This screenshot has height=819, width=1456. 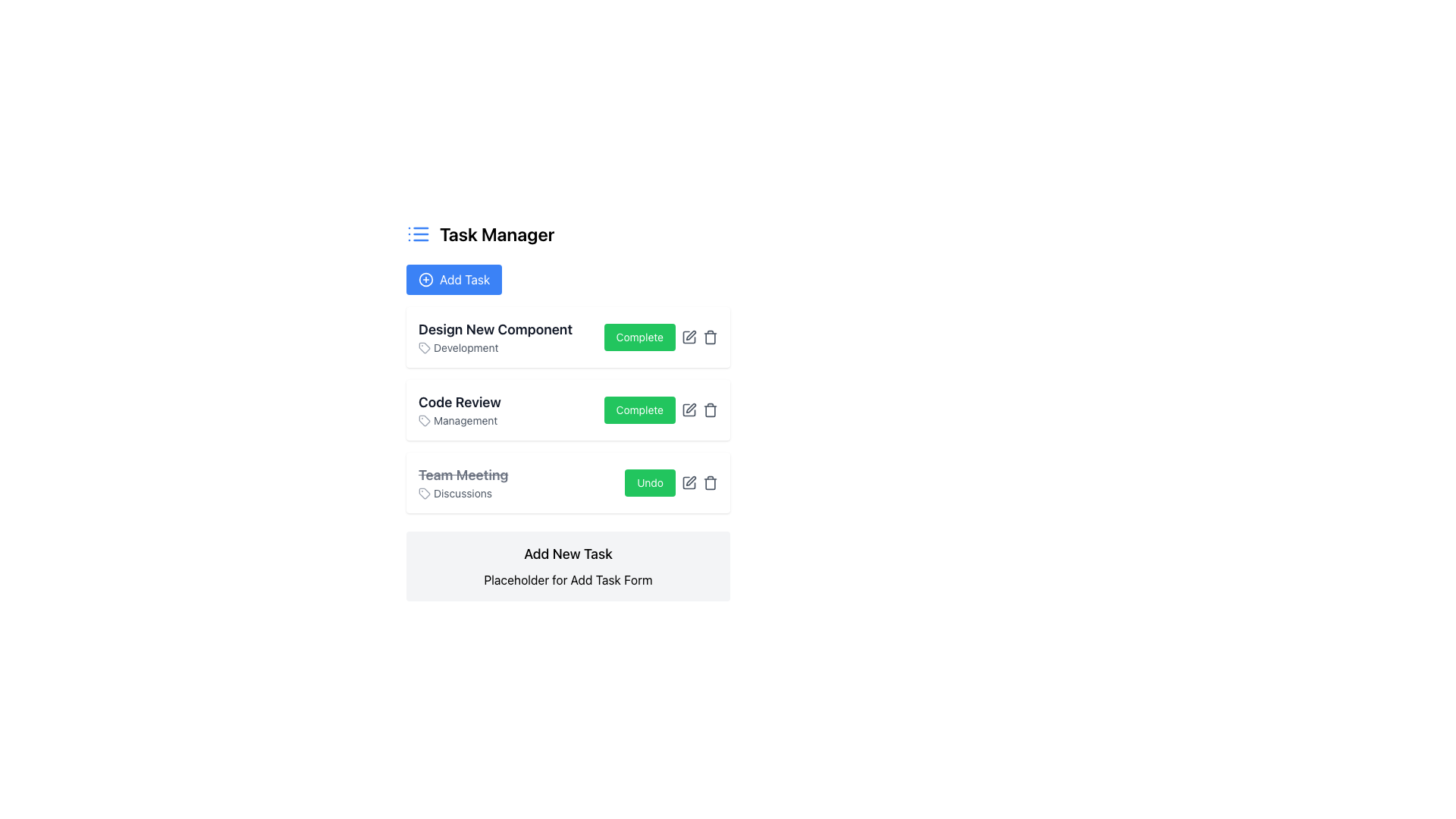 I want to click on the crossed out text label reading 'Team Meeting', so click(x=463, y=475).